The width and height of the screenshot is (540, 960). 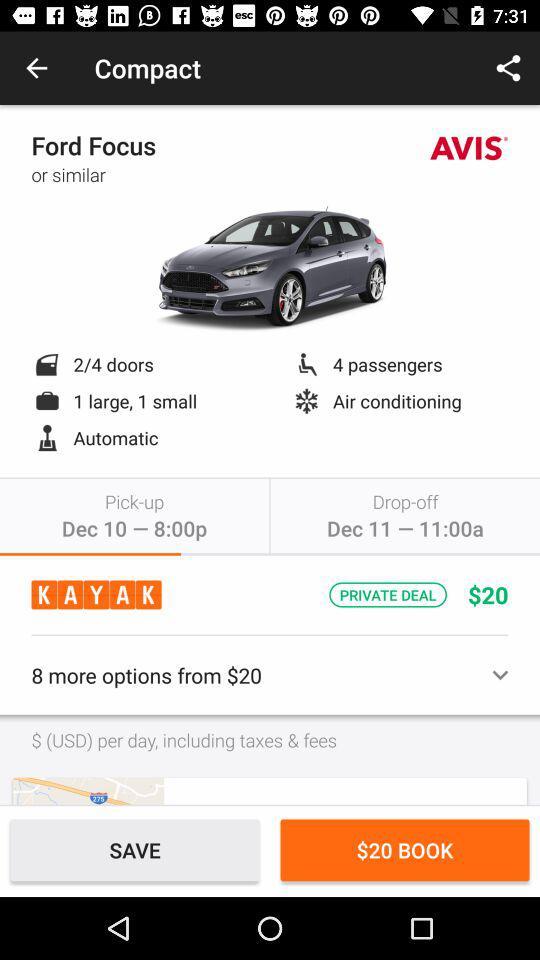 What do you see at coordinates (270, 675) in the screenshot?
I see `8 more options item` at bounding box center [270, 675].